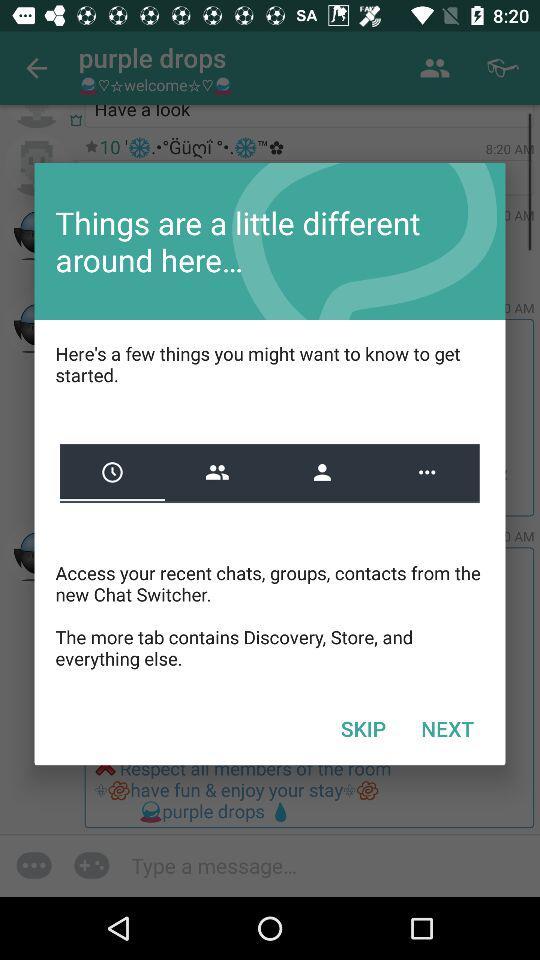  Describe the element at coordinates (447, 727) in the screenshot. I see `the icon to the right of skip` at that location.